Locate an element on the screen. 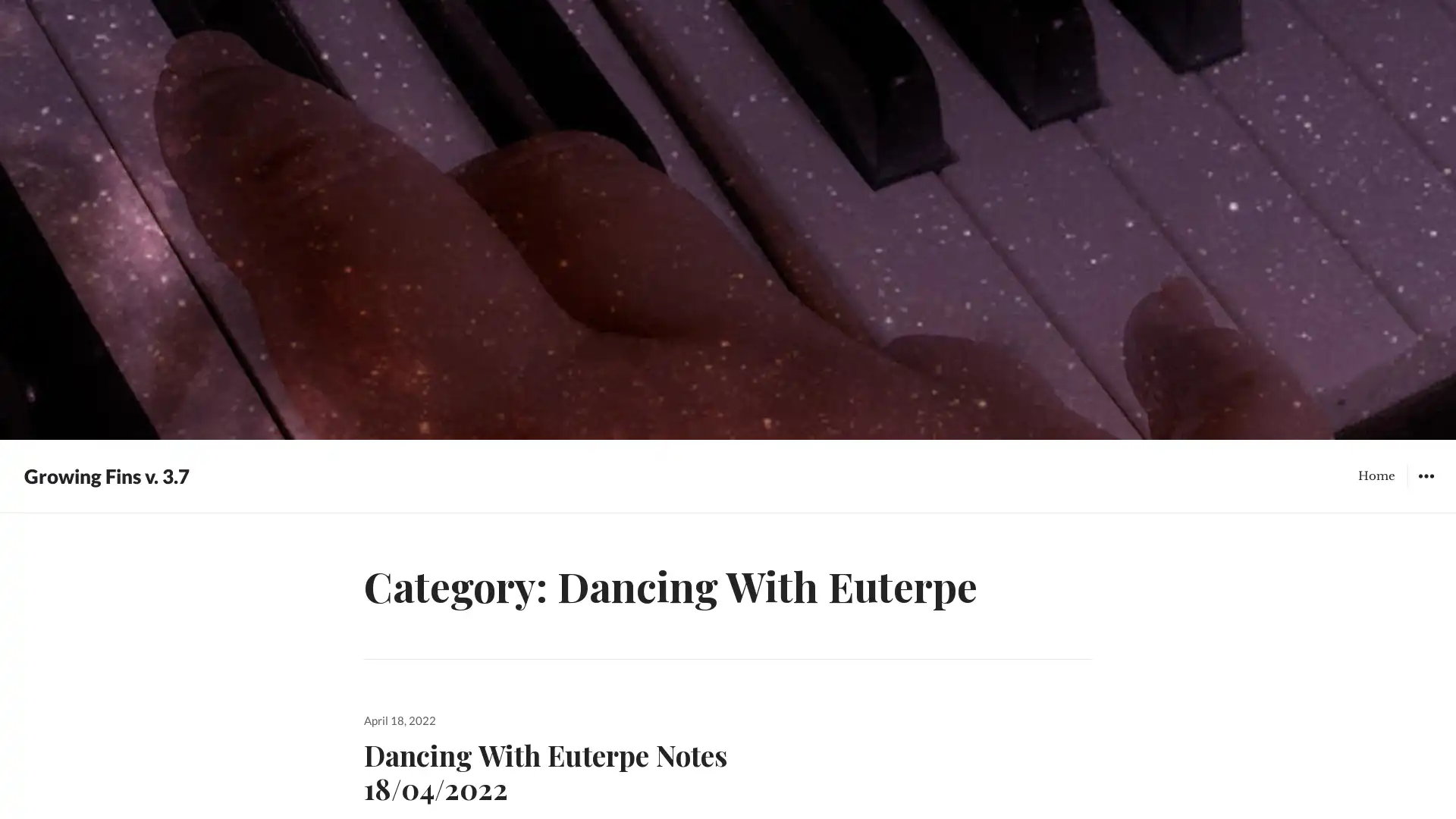 This screenshot has width=1456, height=819. WIDGETS is located at coordinates (1425, 475).